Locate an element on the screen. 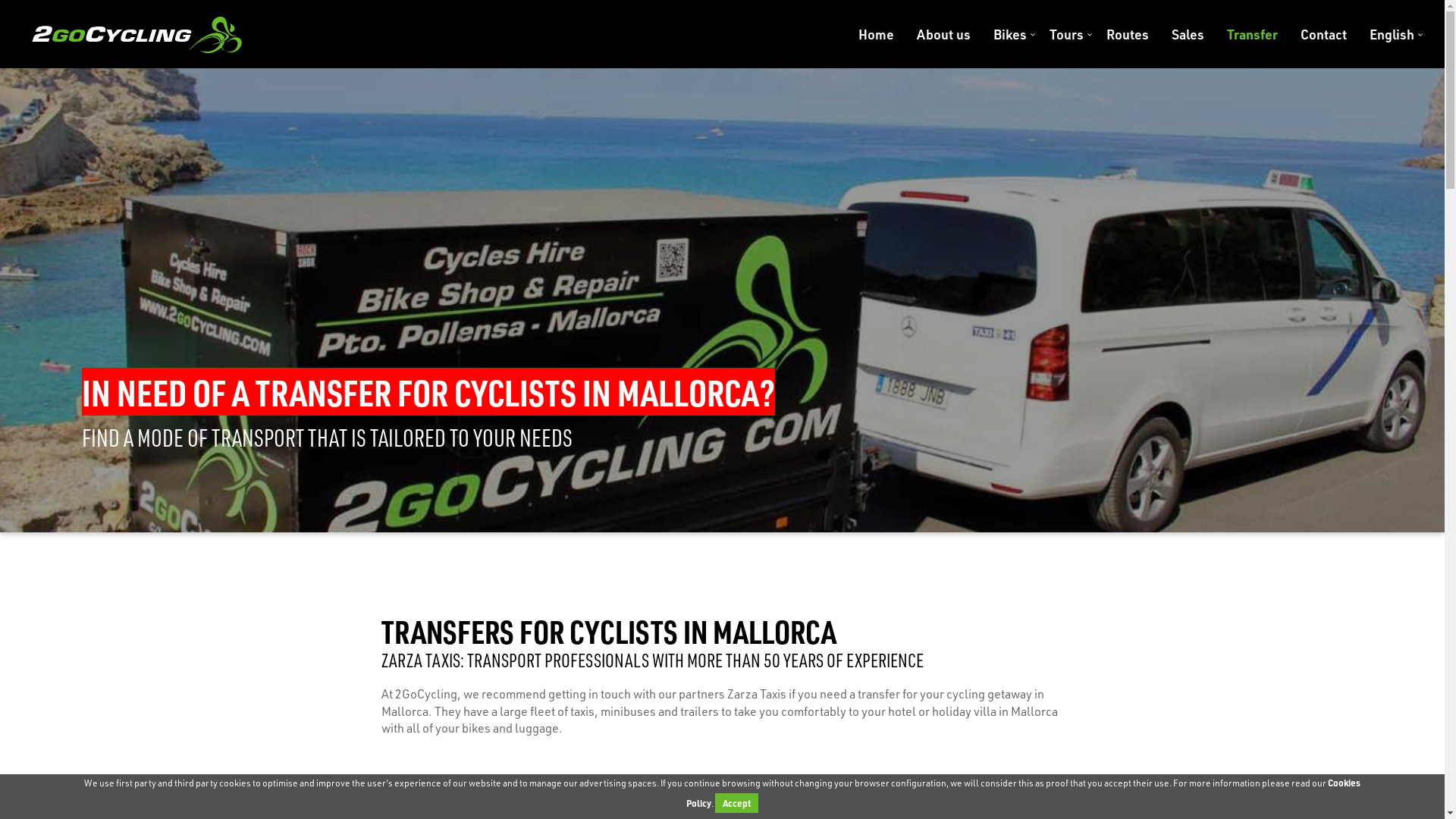  'Routes' is located at coordinates (1128, 34).